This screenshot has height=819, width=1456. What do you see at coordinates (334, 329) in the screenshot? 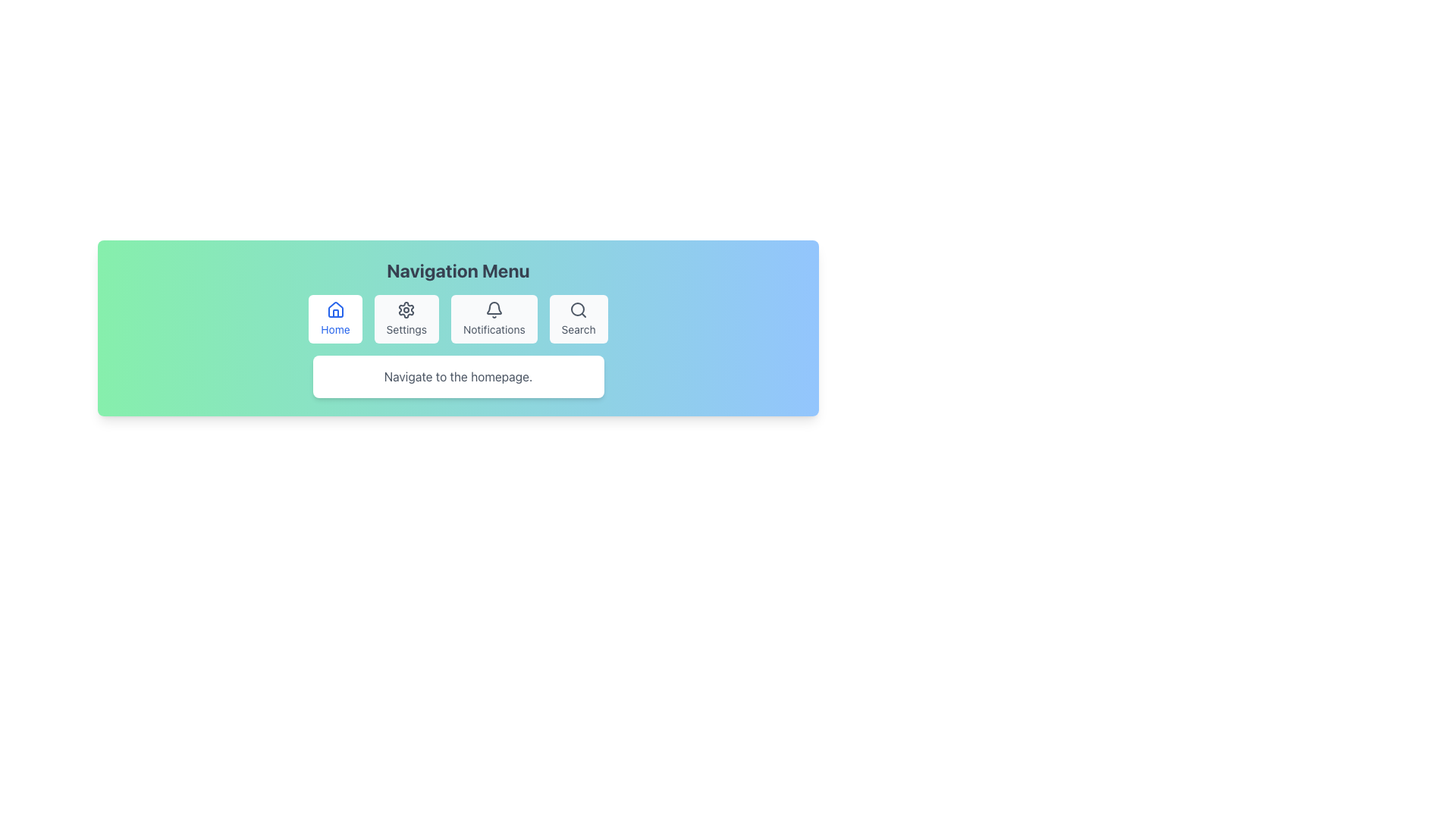
I see `the 'Home' text label located beneath the house-shaped icon in the navigation menu` at bounding box center [334, 329].